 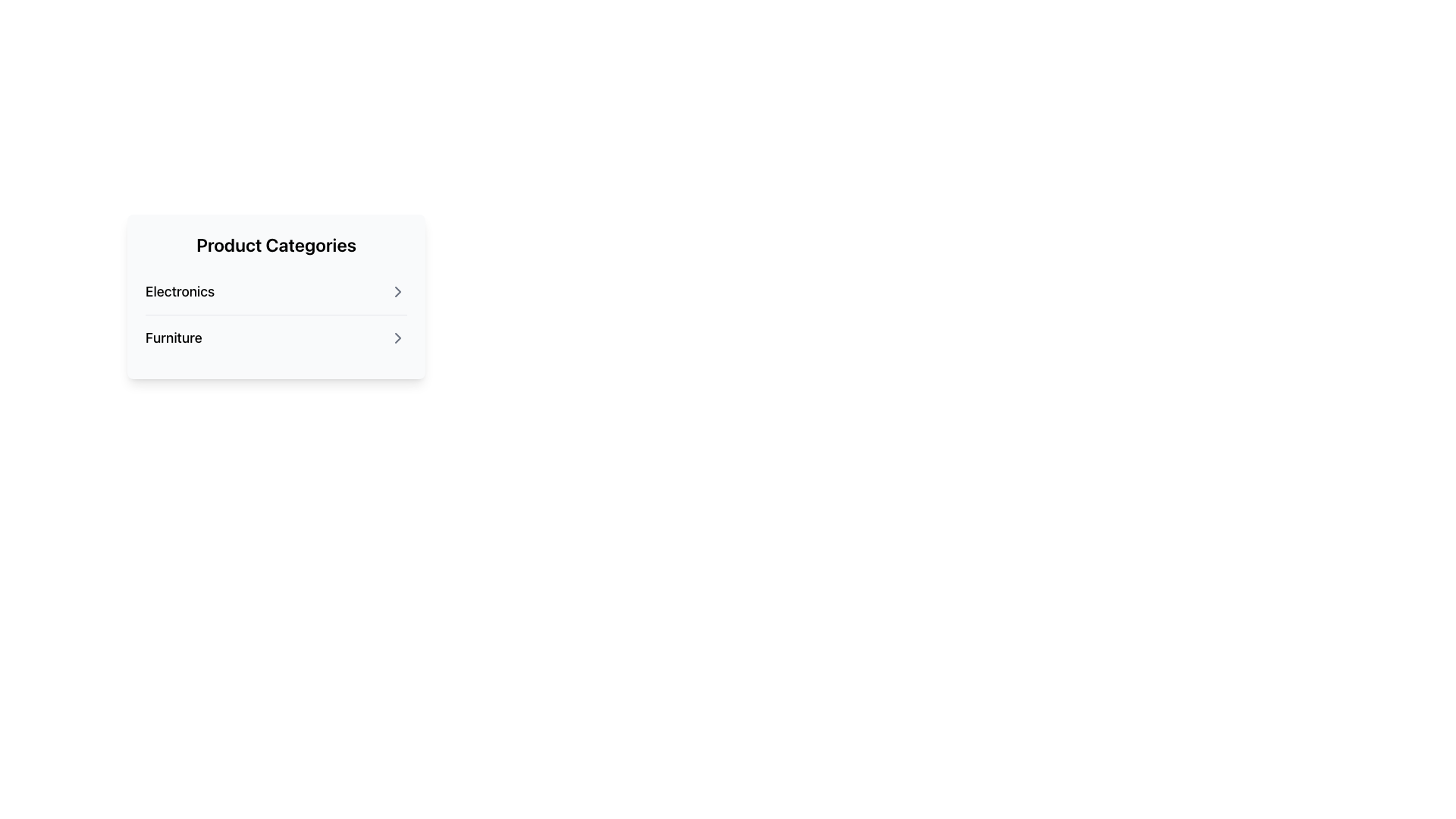 I want to click on the first list item labeled 'Electronics', so click(x=276, y=292).